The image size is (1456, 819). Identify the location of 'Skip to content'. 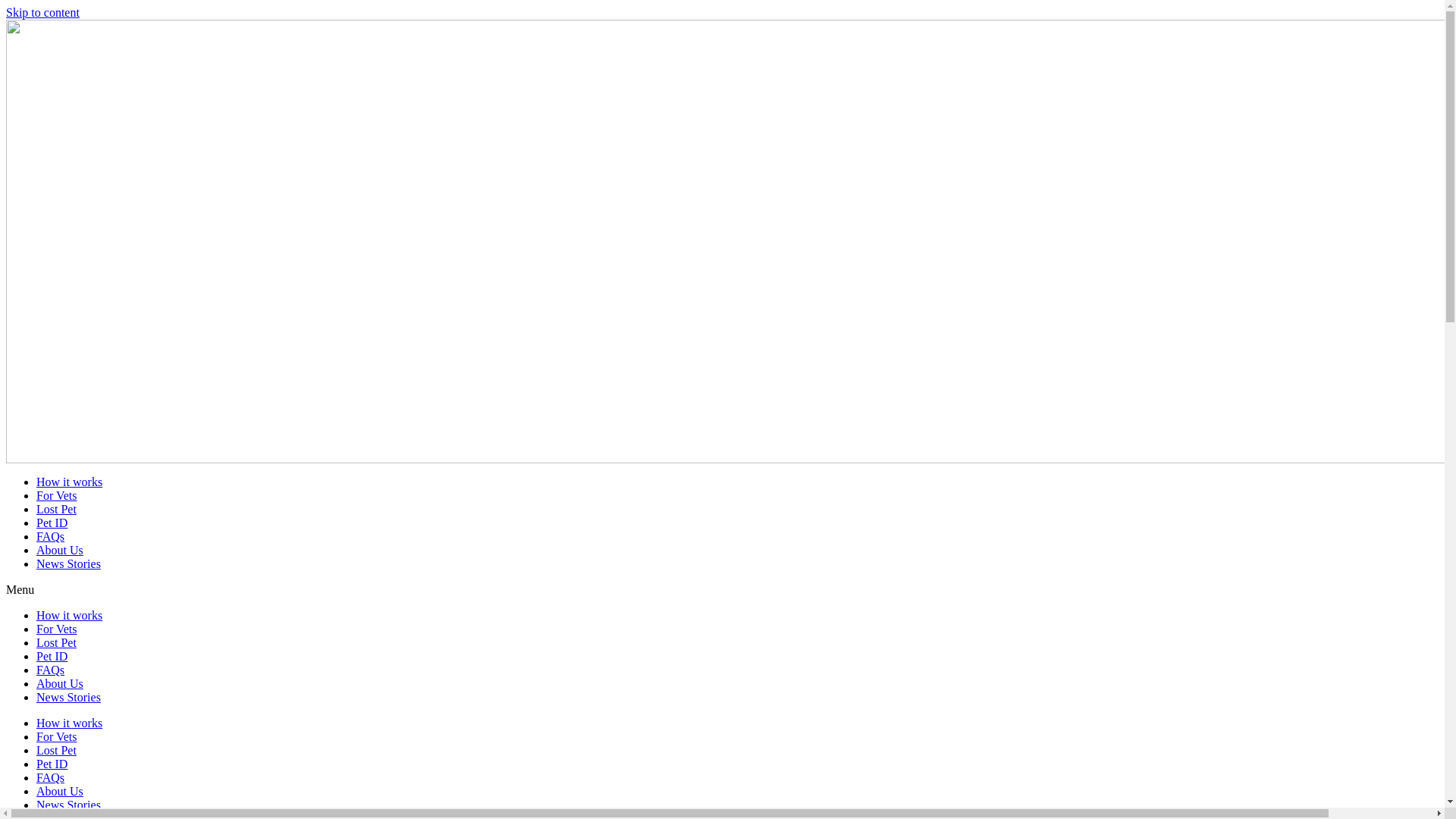
(42, 12).